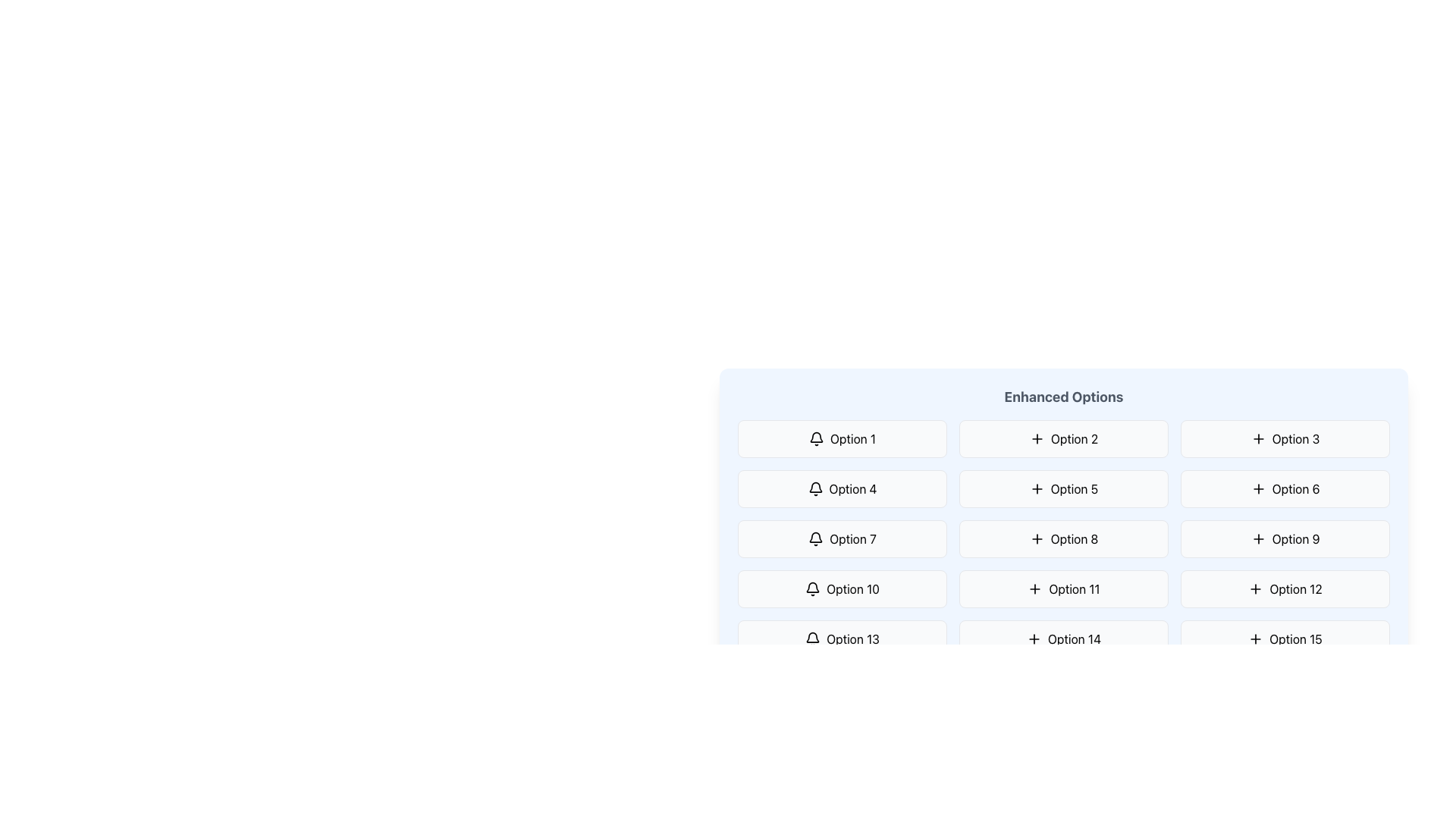  Describe the element at coordinates (812, 639) in the screenshot. I see `the bell icon embedded in the button labeled 'Option 13', located in the bottom-left corner of the 'Enhanced Options' grid` at that location.